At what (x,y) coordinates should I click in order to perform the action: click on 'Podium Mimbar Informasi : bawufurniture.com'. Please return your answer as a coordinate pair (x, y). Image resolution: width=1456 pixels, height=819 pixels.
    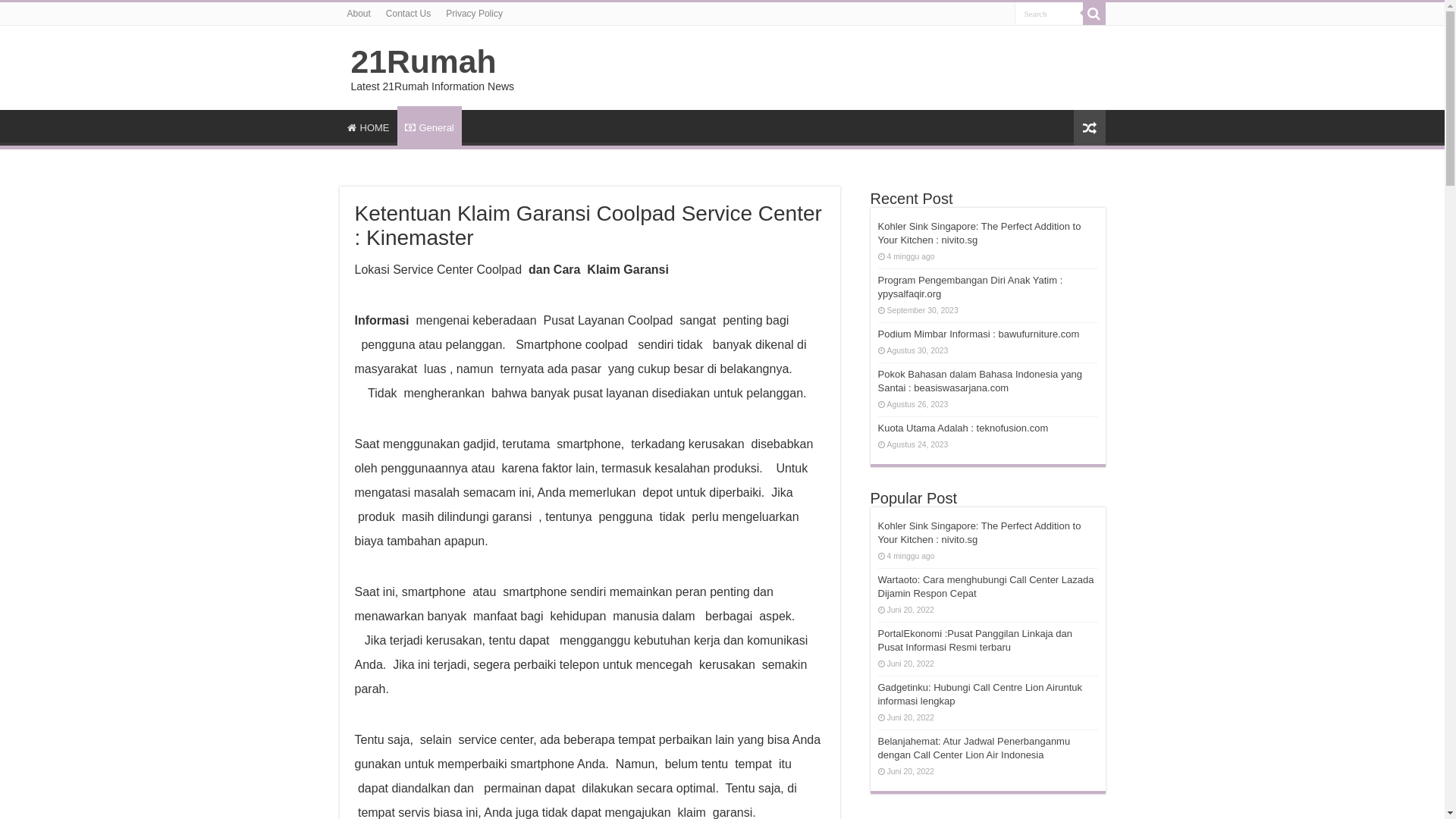
    Looking at the image, I should click on (979, 333).